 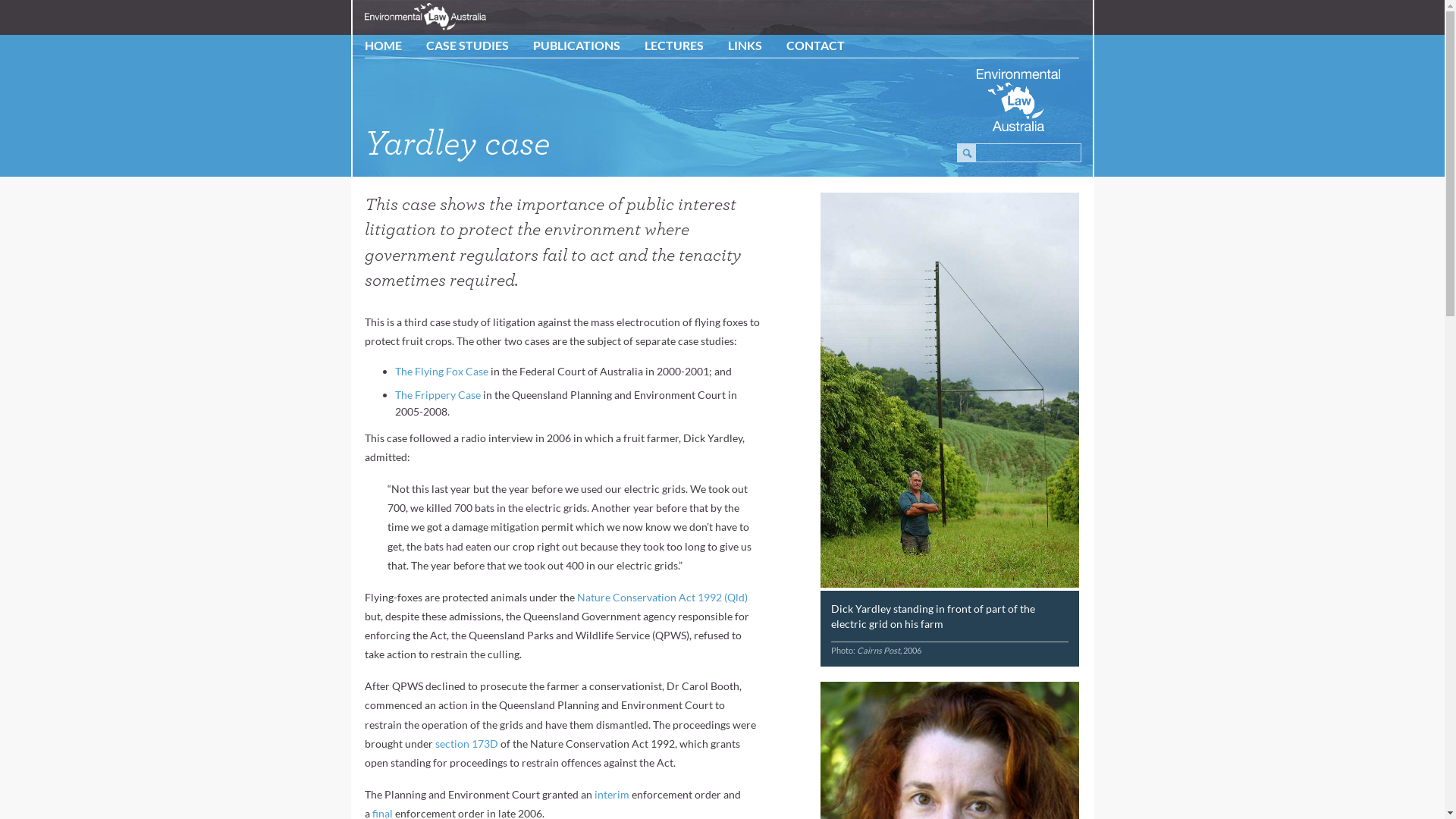 What do you see at coordinates (364, 44) in the screenshot?
I see `'HOME'` at bounding box center [364, 44].